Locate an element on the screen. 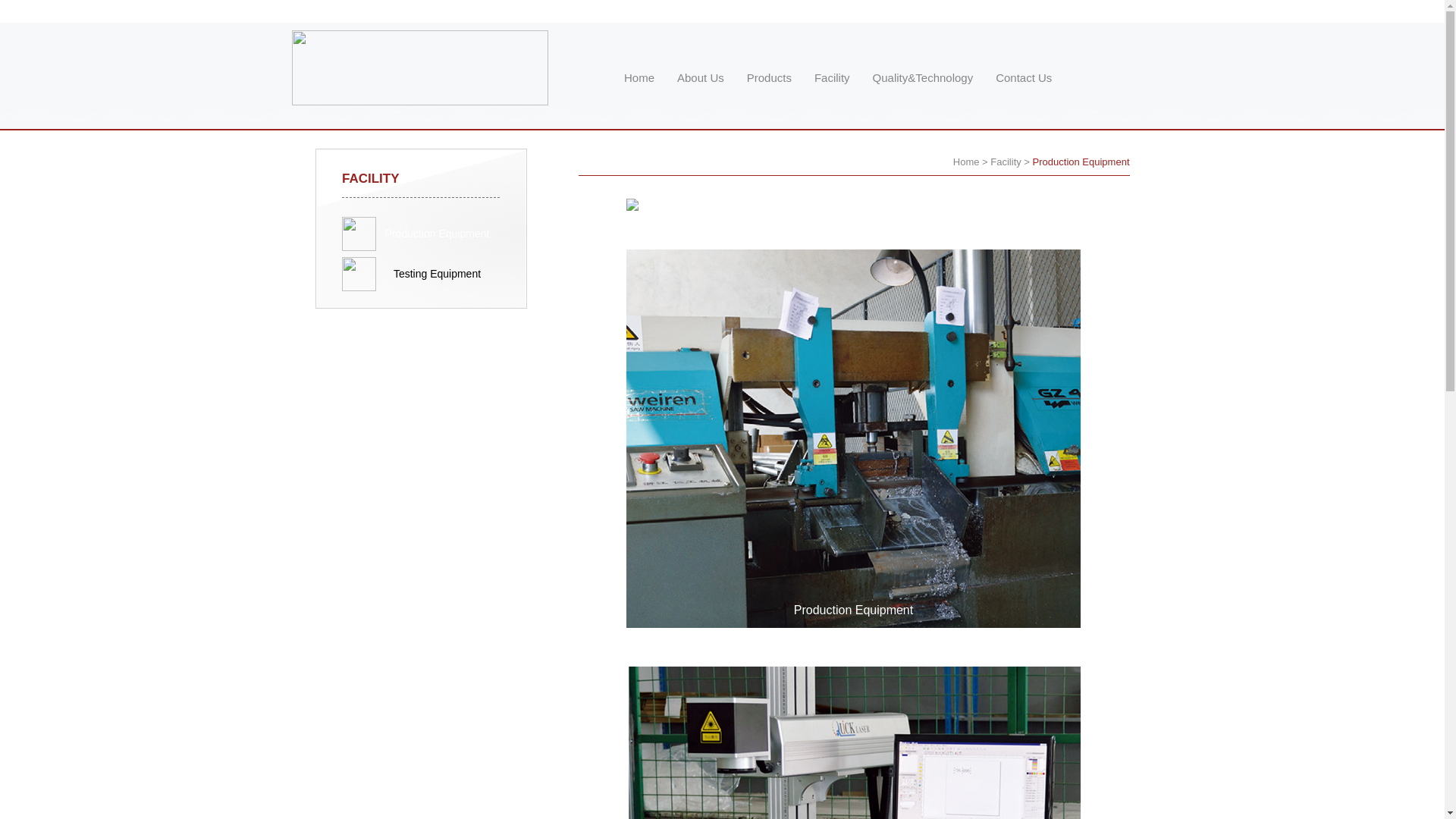 The height and width of the screenshot is (819, 1456). 'Contact Us' is located at coordinates (1023, 77).